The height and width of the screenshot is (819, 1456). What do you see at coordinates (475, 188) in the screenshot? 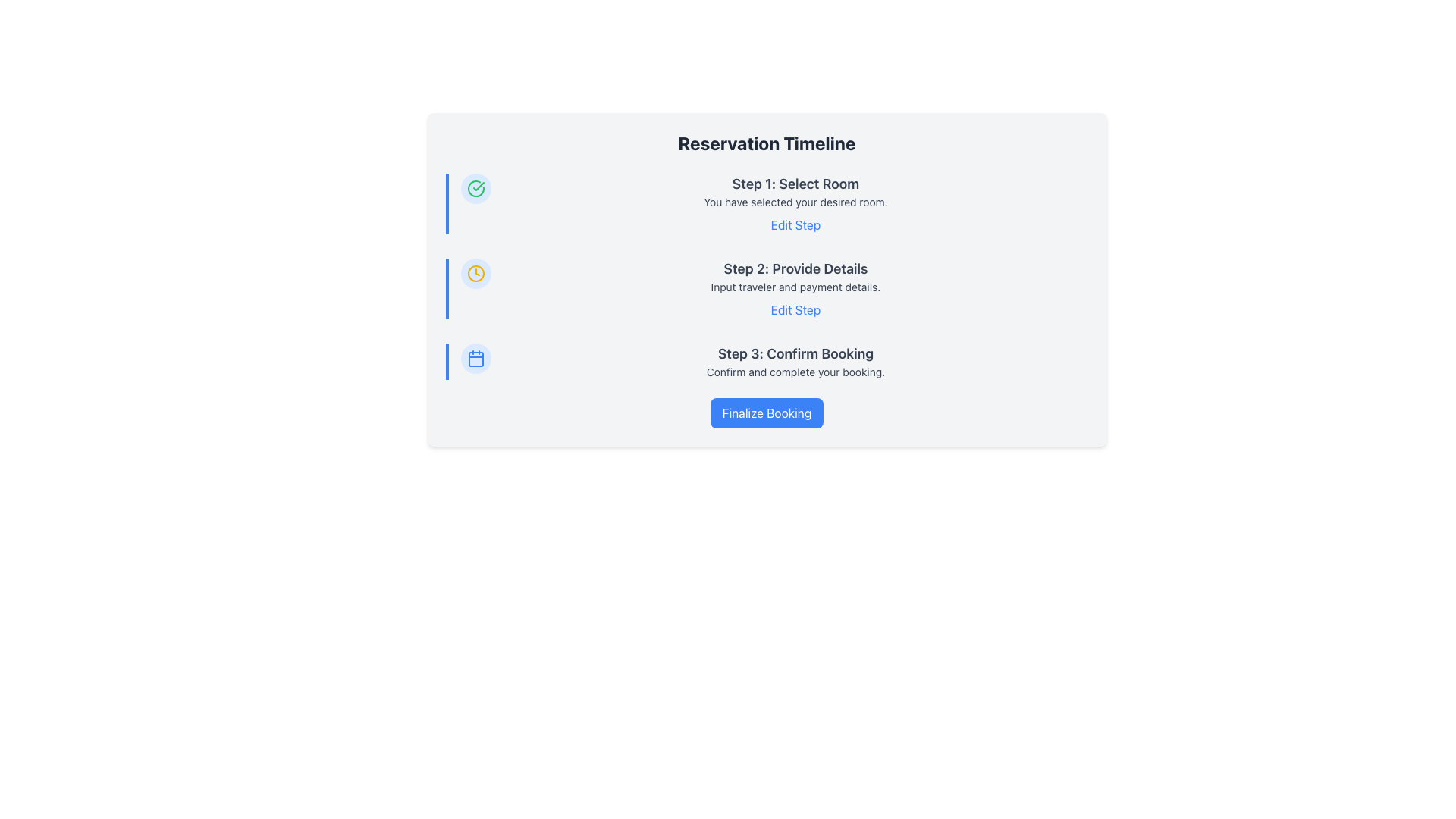
I see `the first circular icon in the reservation timeline interface, which indicates the completion of the first step` at bounding box center [475, 188].